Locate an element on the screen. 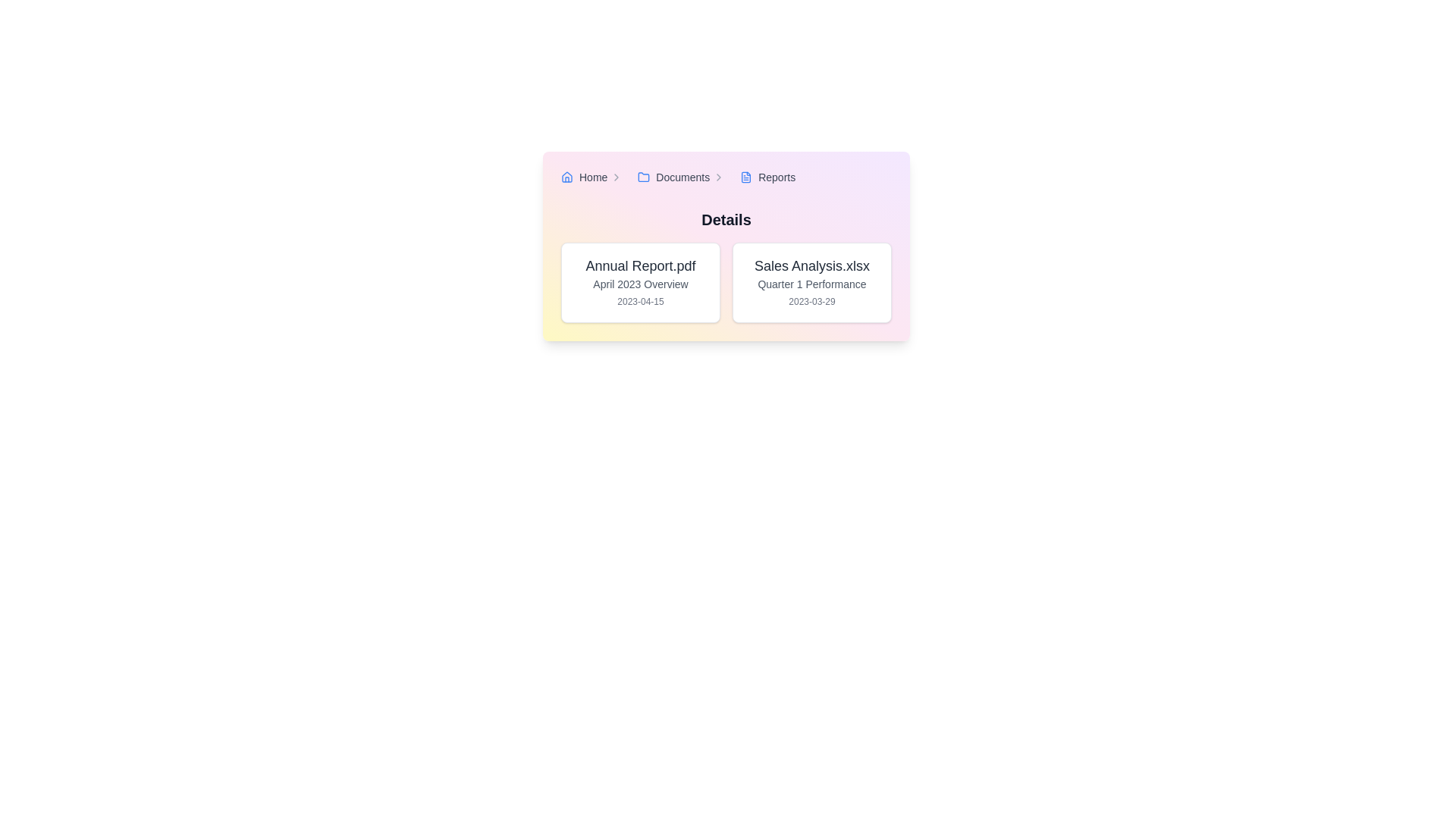  the static text label displaying 'Details', which is centrally aligned and bold, located at the top of the section containing the cards 'Annual Report.pdf' and 'Sales Analysis.xlsx' is located at coordinates (726, 219).